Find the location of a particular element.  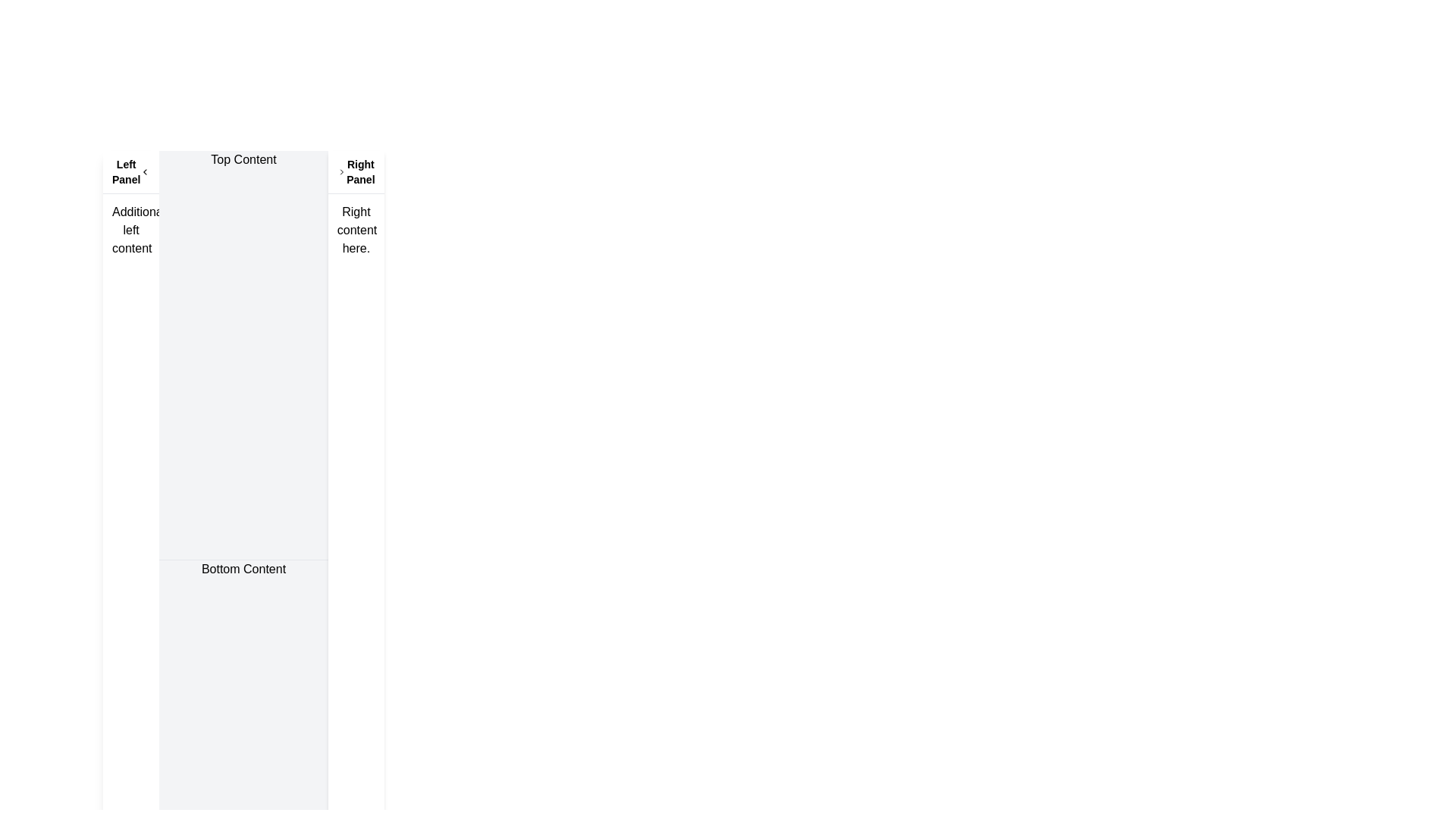

the Static Text element that serves as a label or header for the right panel, positioned to the right of an icon with a chevron symbol is located at coordinates (359, 171).